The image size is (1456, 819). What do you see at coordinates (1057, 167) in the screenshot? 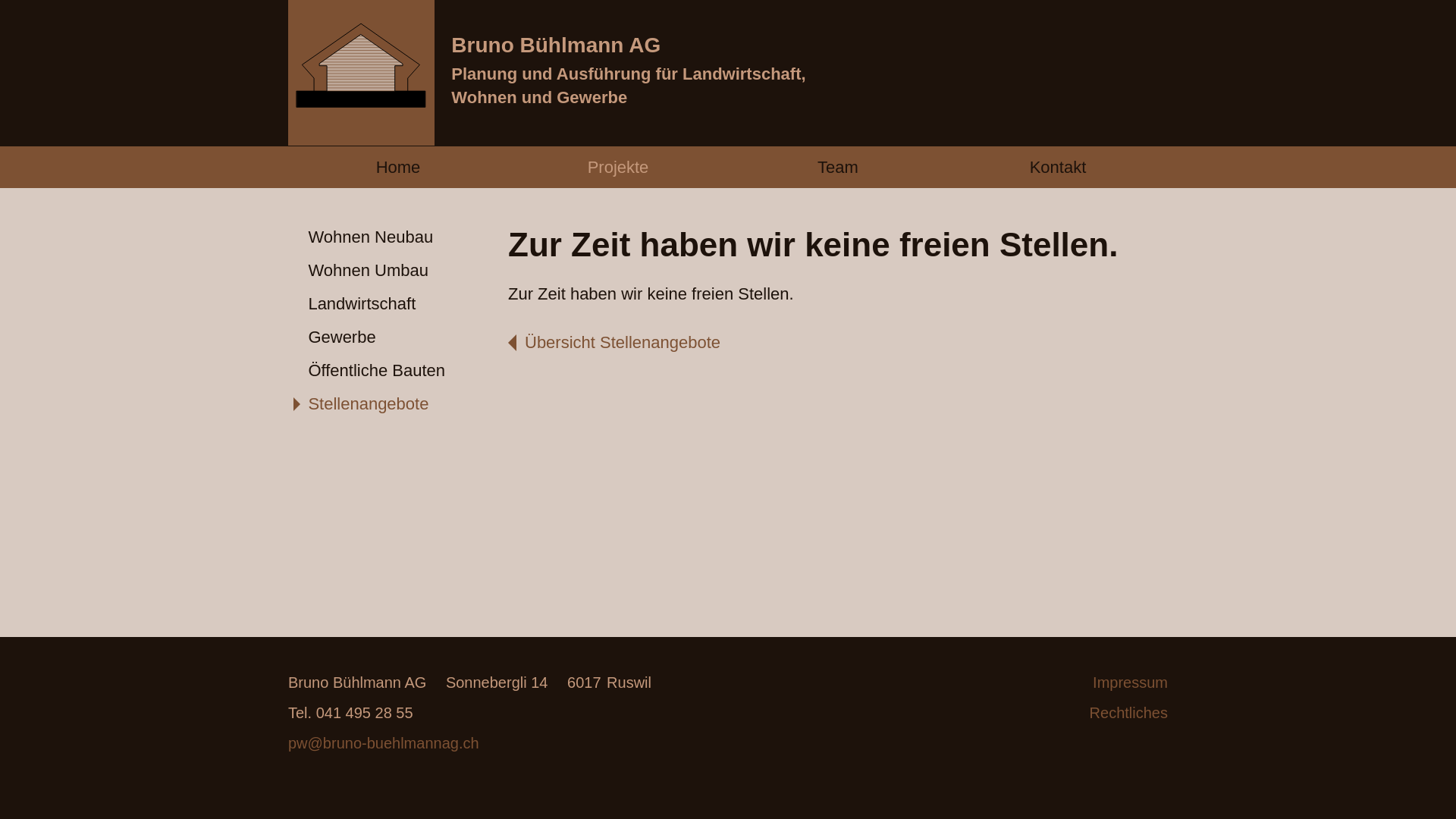
I see `'Kontakt'` at bounding box center [1057, 167].